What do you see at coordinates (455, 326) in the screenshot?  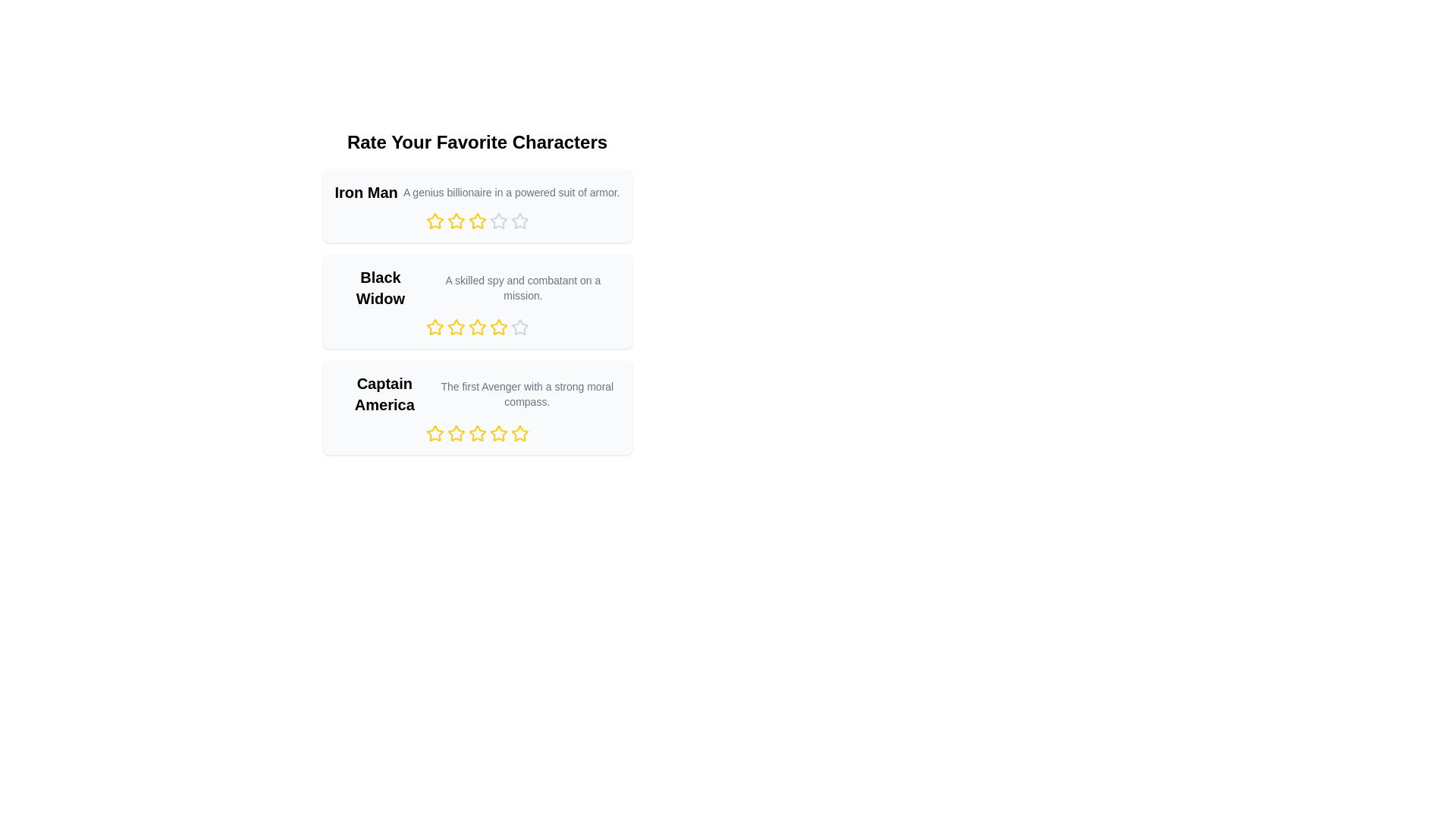 I see `over the second yellow outlined star icon in the rating section of the 'Black Widow' card` at bounding box center [455, 326].